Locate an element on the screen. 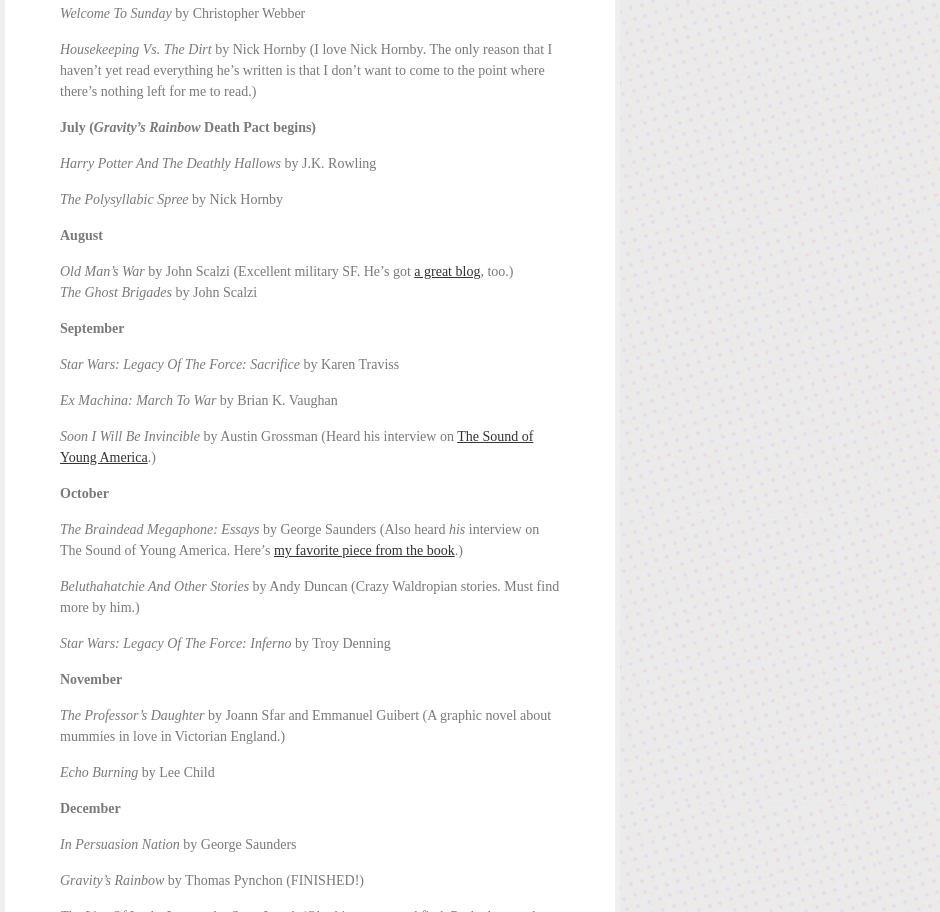 The image size is (940, 912). 'by Austin Grossman  (Heard his interview on' is located at coordinates (327, 435).